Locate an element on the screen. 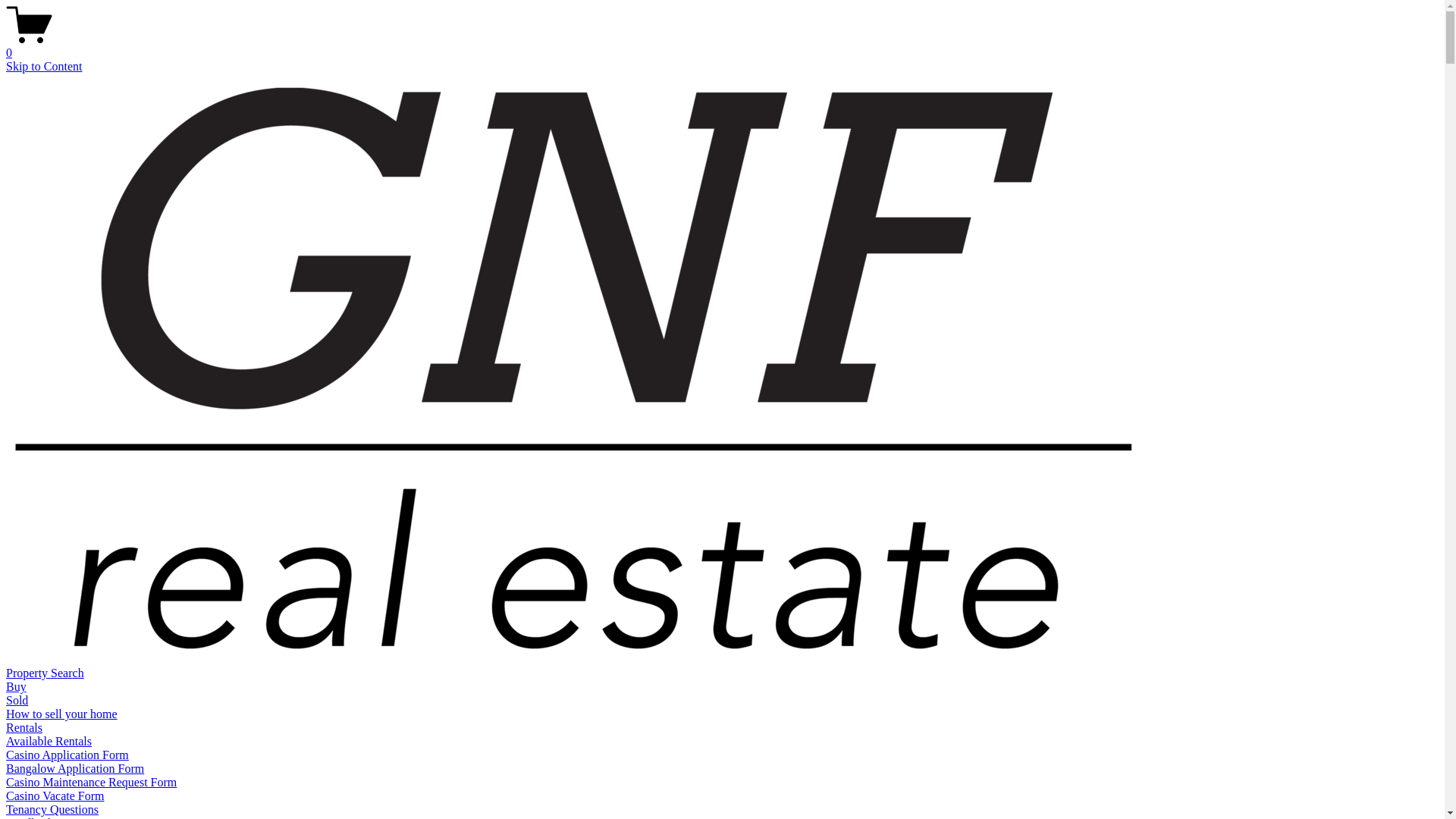 The image size is (1456, 819). 'Property Search' is located at coordinates (45, 672).